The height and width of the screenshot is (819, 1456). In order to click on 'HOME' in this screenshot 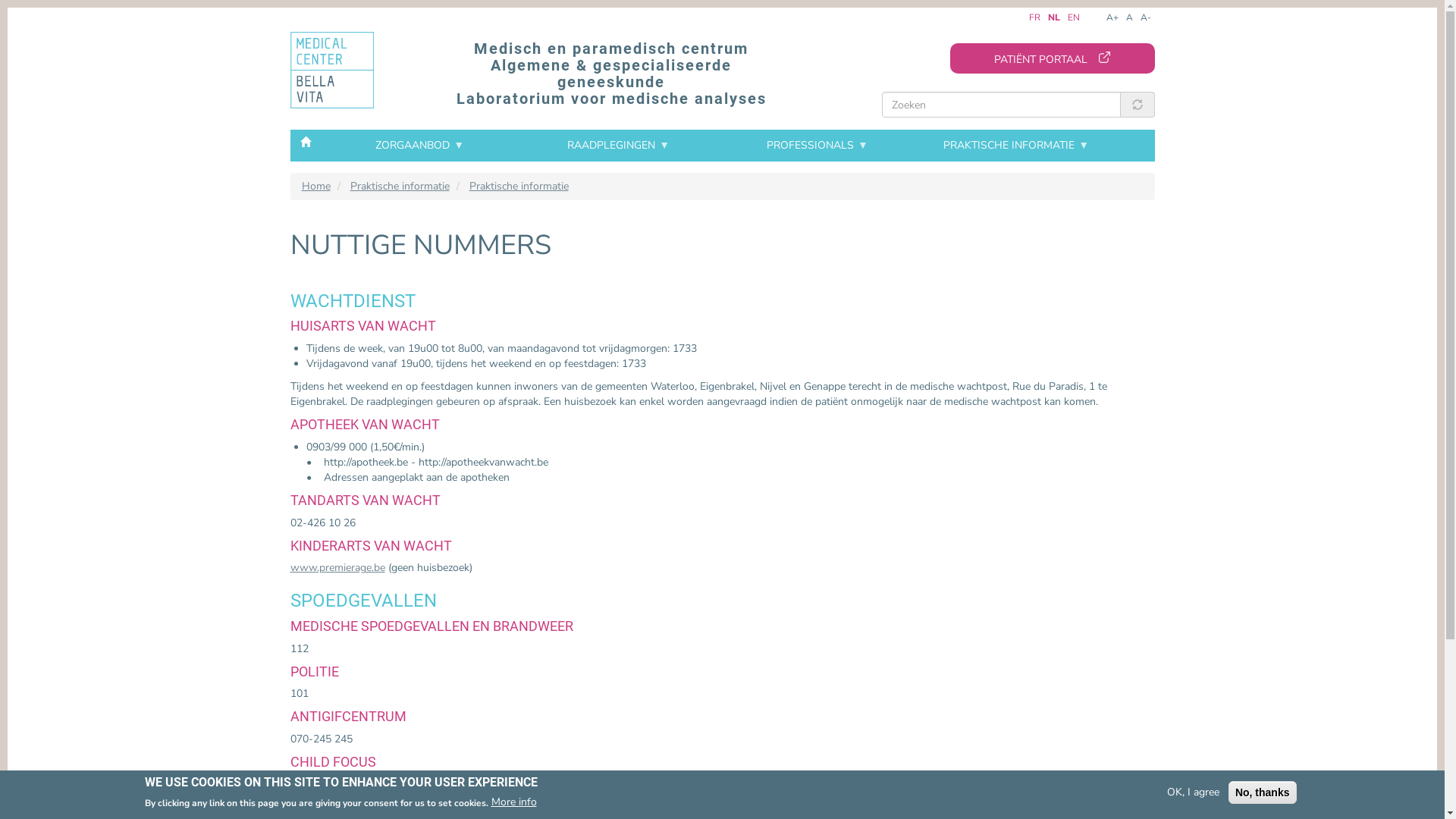, I will do `click(304, 140)`.